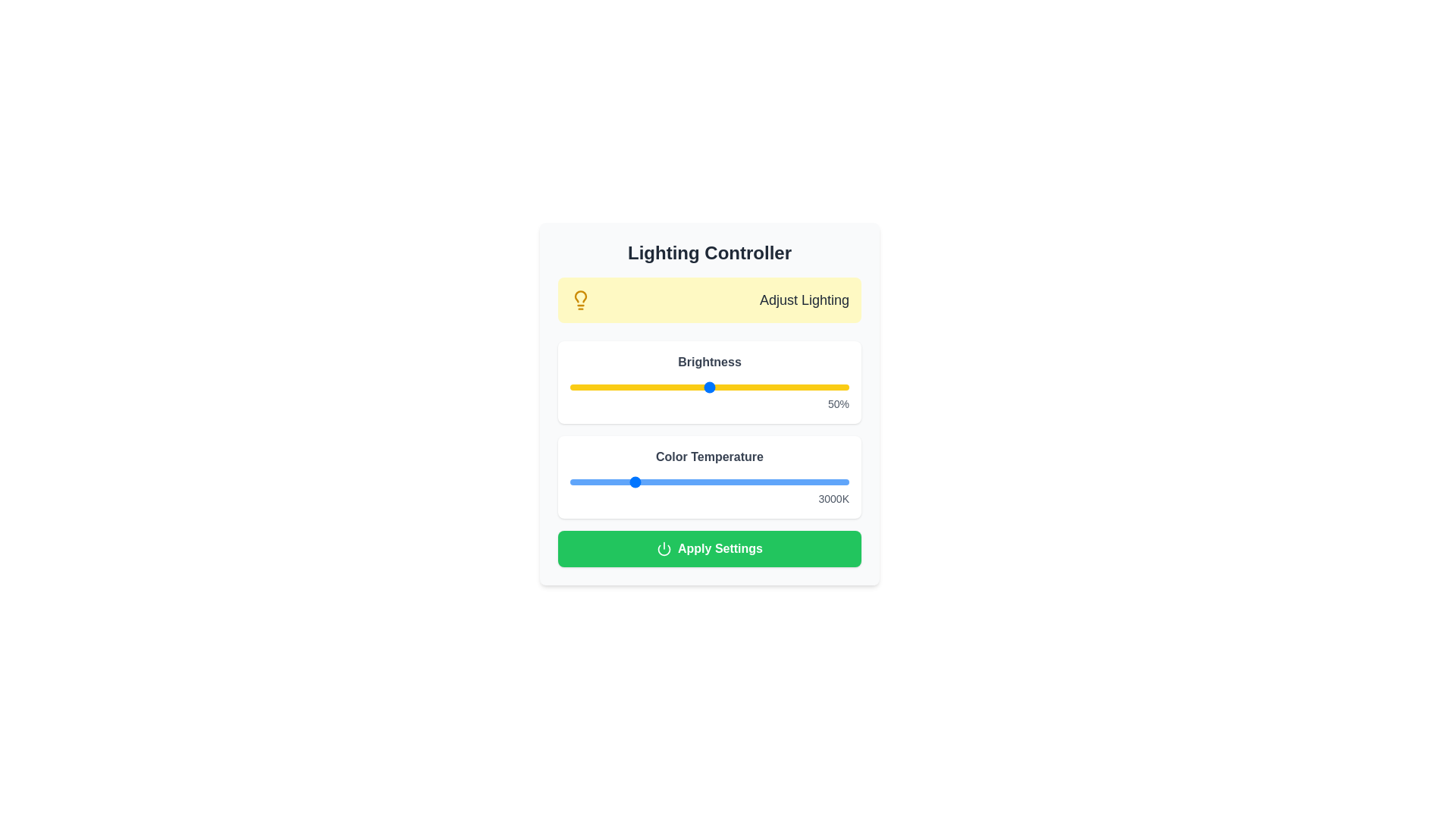 This screenshot has height=819, width=1456. Describe the element at coordinates (748, 482) in the screenshot. I see `the color temperature slider to 6763 K` at that location.